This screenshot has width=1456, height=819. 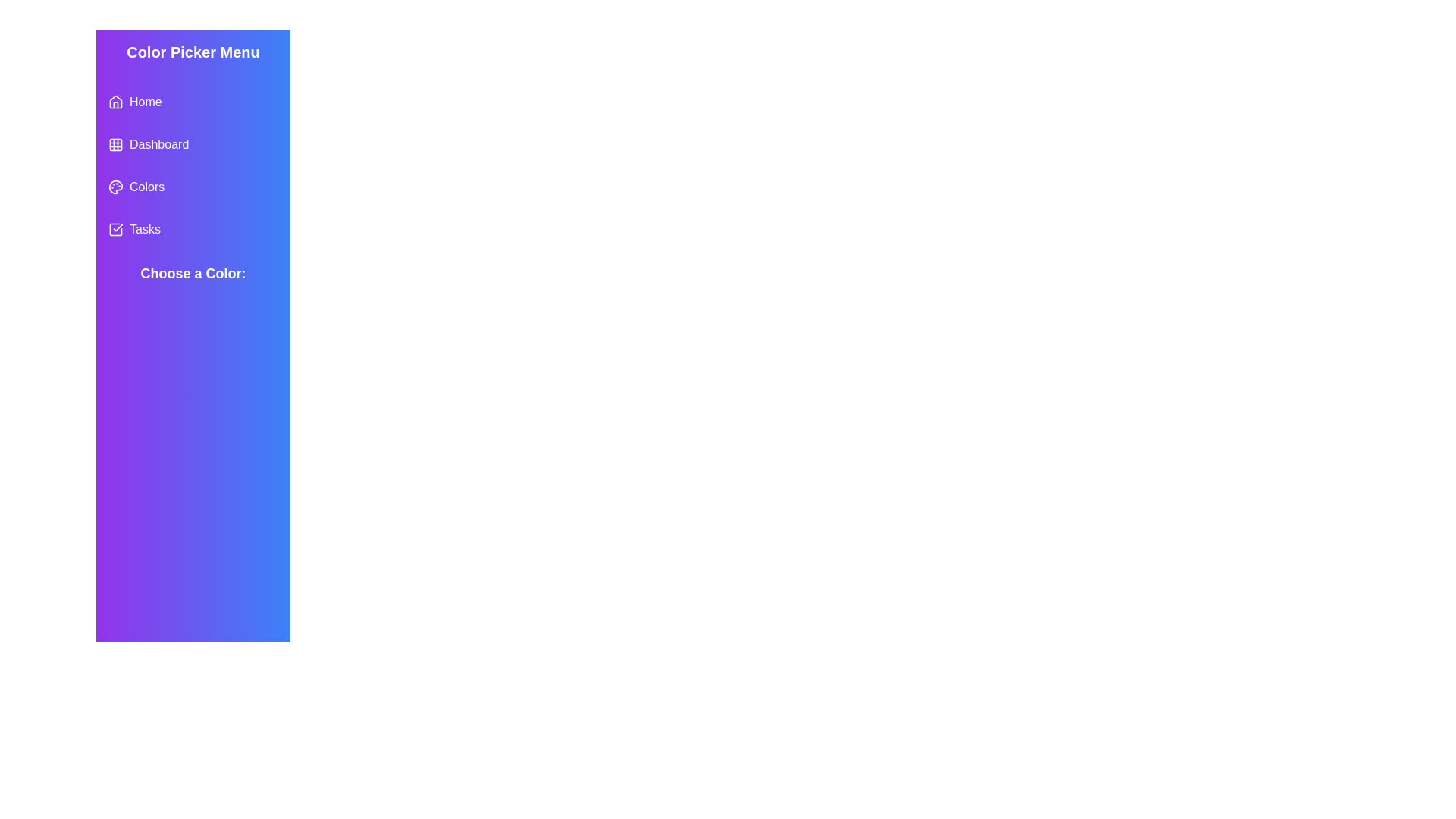 I want to click on the static text label that reads 'Choose a Color:' located in the left sidebar, which features large, bold typography with white text on a gradient background from purple to blue, so click(x=192, y=274).